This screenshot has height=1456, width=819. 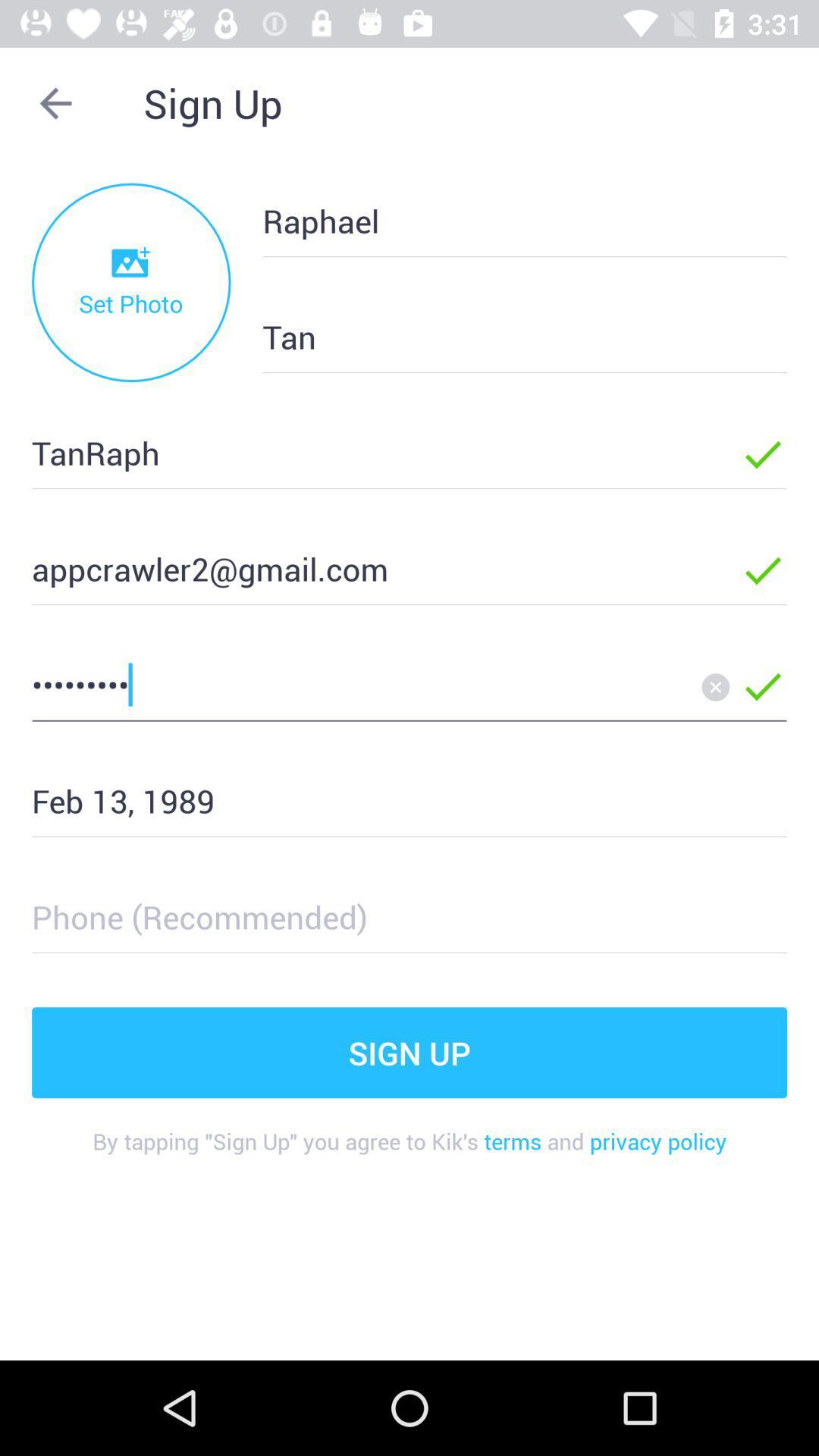 I want to click on the item below sign up icon, so click(x=500, y=220).